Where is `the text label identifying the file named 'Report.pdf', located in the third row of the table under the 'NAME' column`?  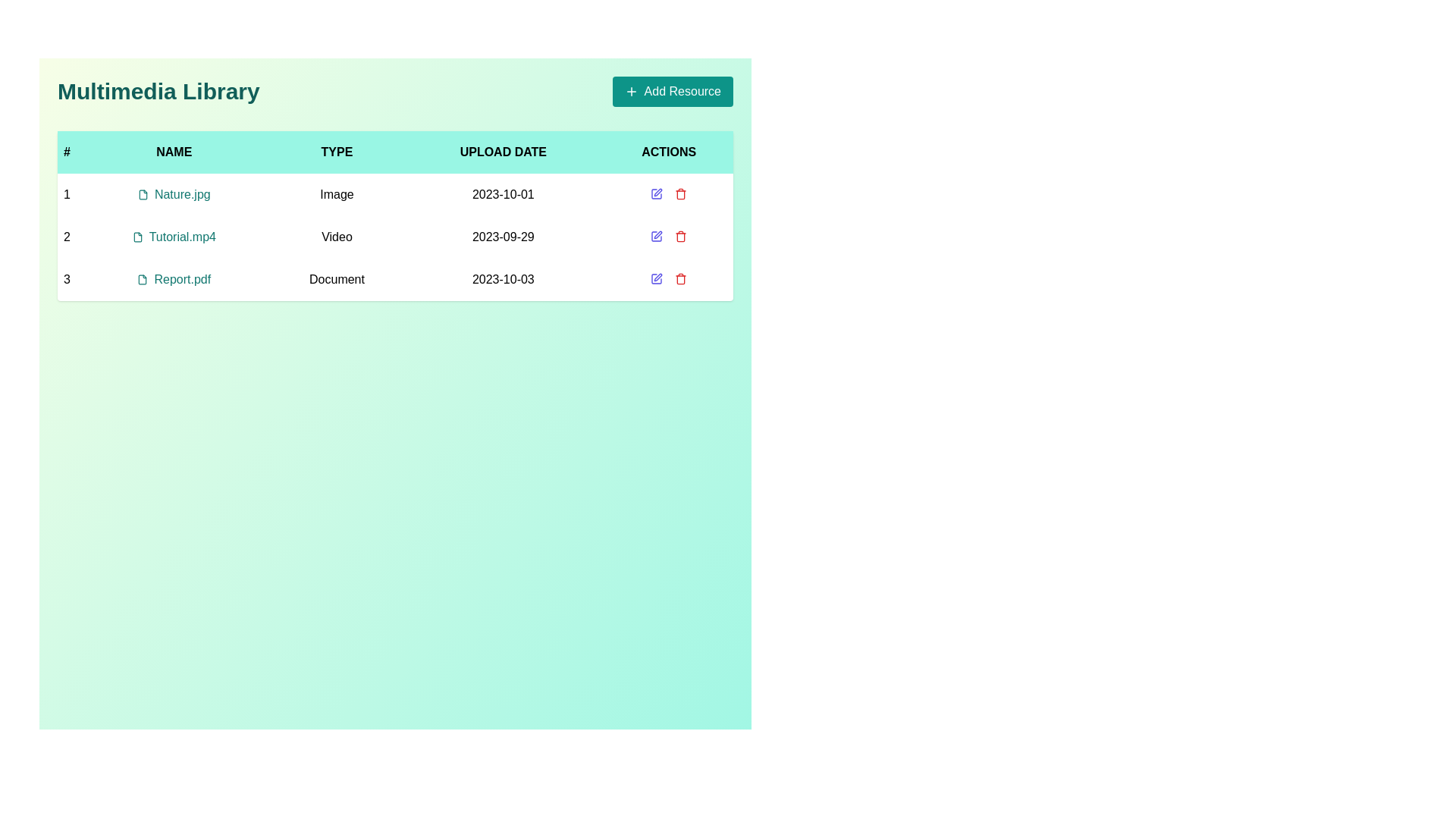
the text label identifying the file named 'Report.pdf', located in the third row of the table under the 'NAME' column is located at coordinates (174, 280).